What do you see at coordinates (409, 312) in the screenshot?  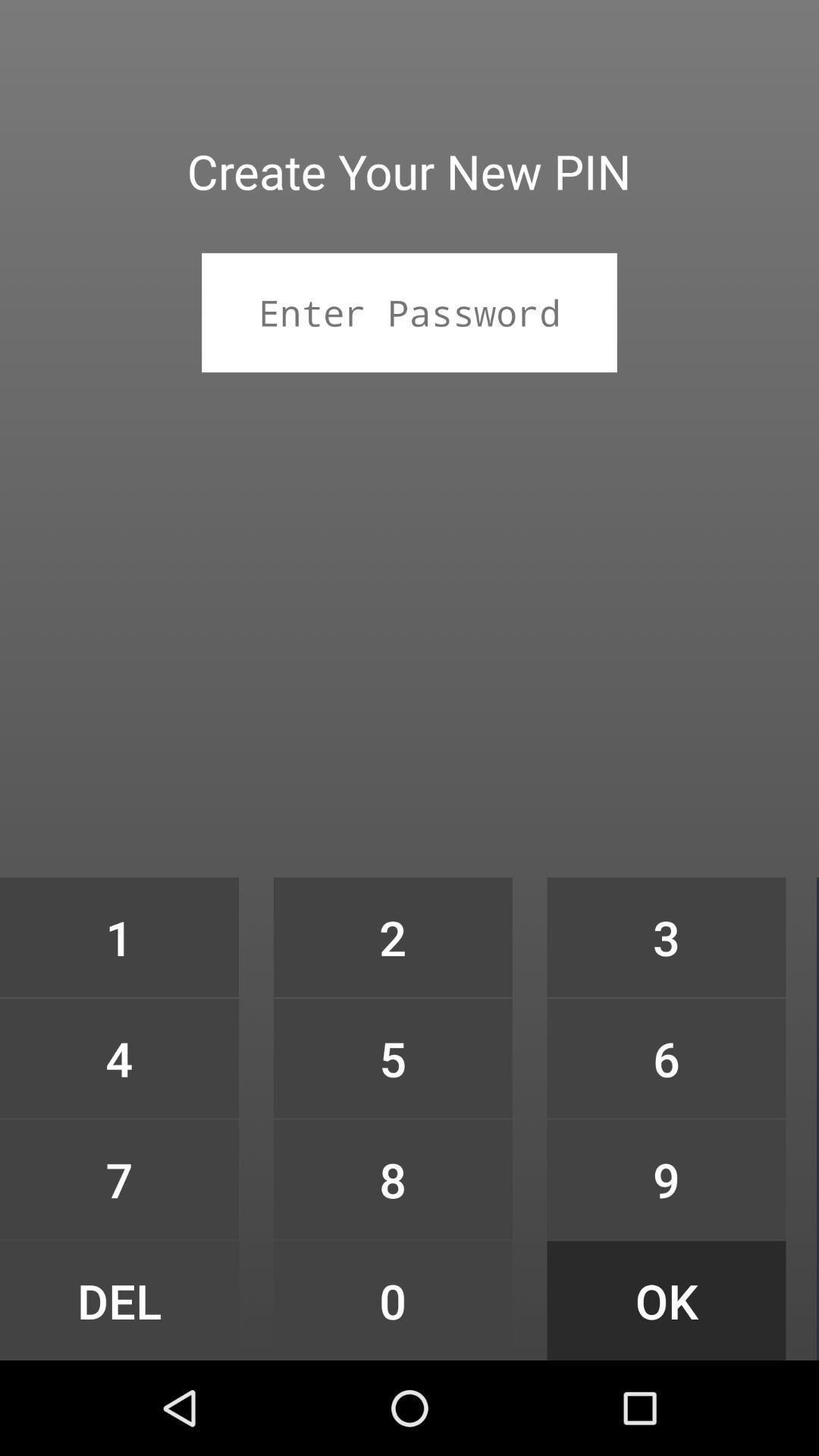 I see `password input field` at bounding box center [409, 312].